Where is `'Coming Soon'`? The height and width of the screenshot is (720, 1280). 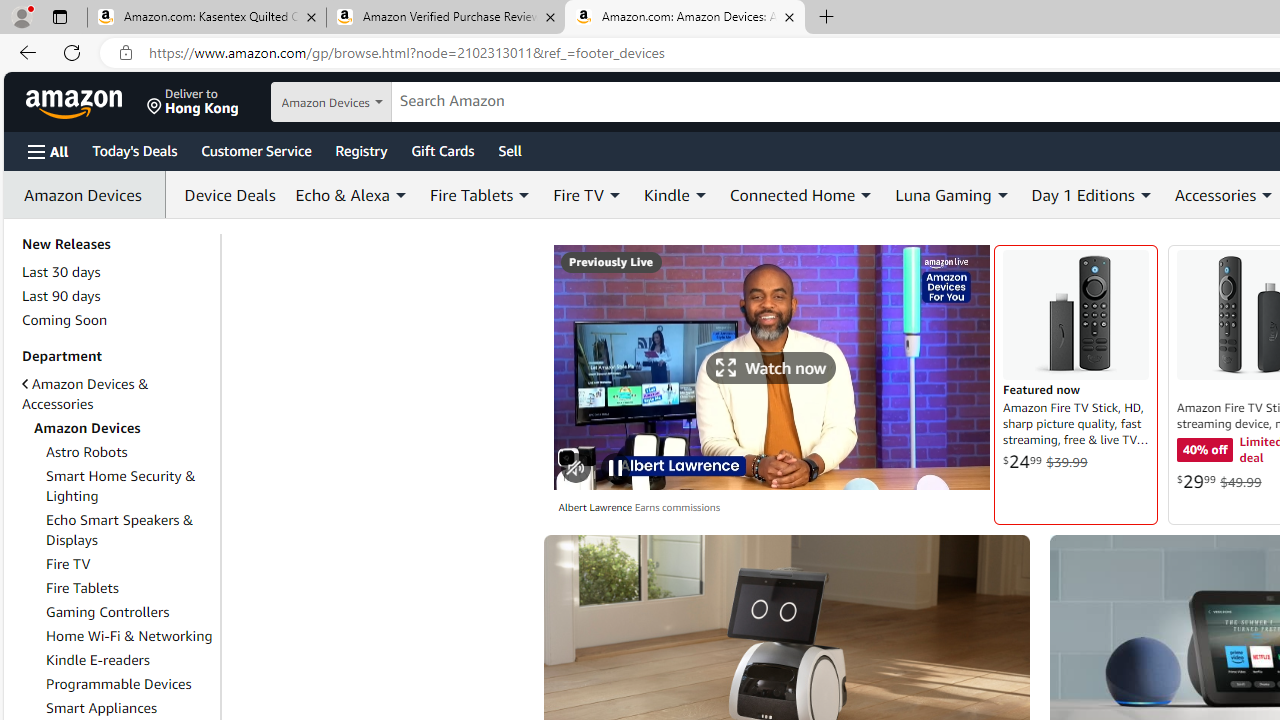 'Coming Soon' is located at coordinates (64, 319).